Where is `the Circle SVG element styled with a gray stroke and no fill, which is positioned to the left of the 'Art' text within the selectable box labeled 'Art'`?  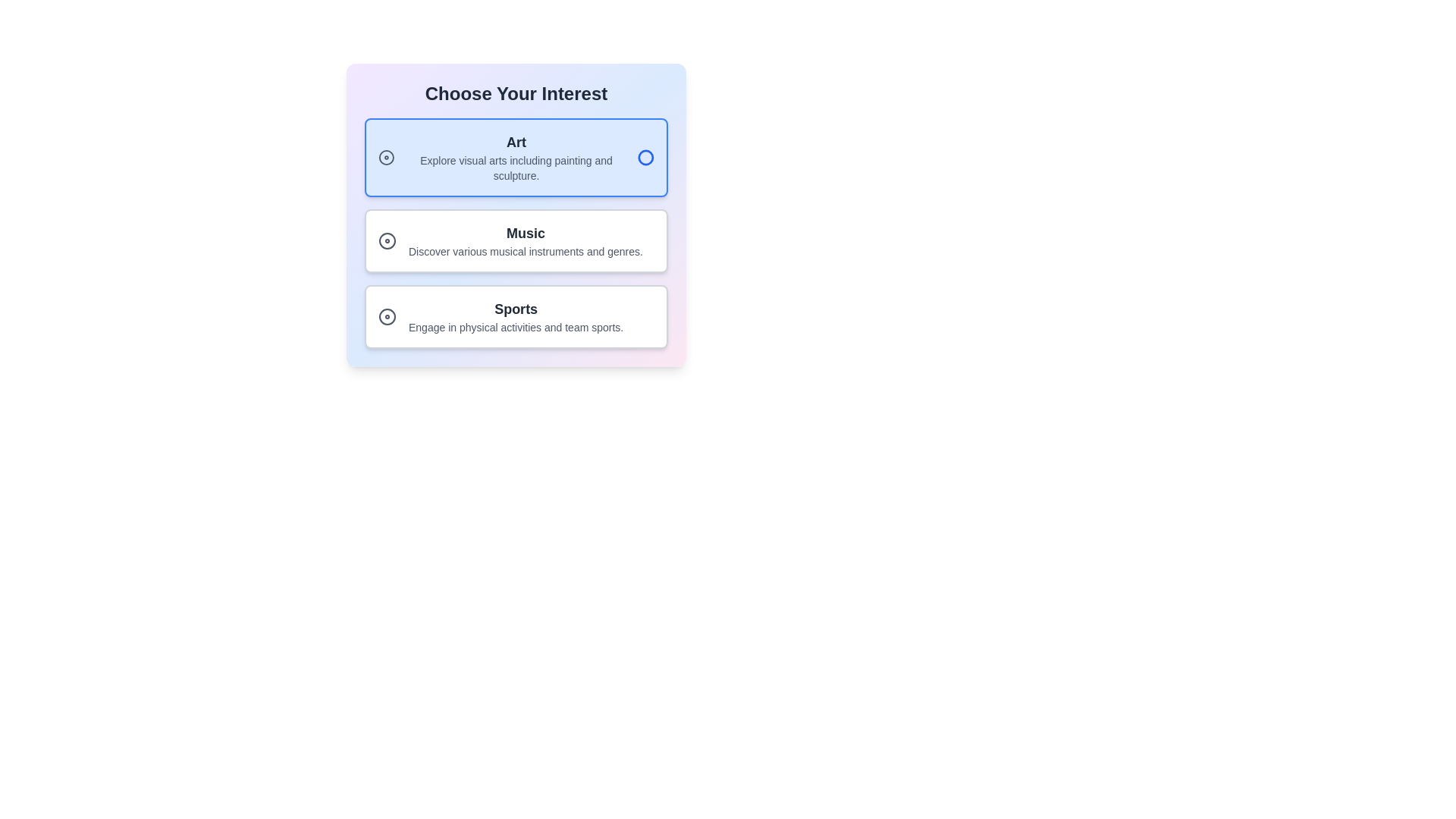
the Circle SVG element styled with a gray stroke and no fill, which is positioned to the left of the 'Art' text within the selectable box labeled 'Art' is located at coordinates (386, 158).